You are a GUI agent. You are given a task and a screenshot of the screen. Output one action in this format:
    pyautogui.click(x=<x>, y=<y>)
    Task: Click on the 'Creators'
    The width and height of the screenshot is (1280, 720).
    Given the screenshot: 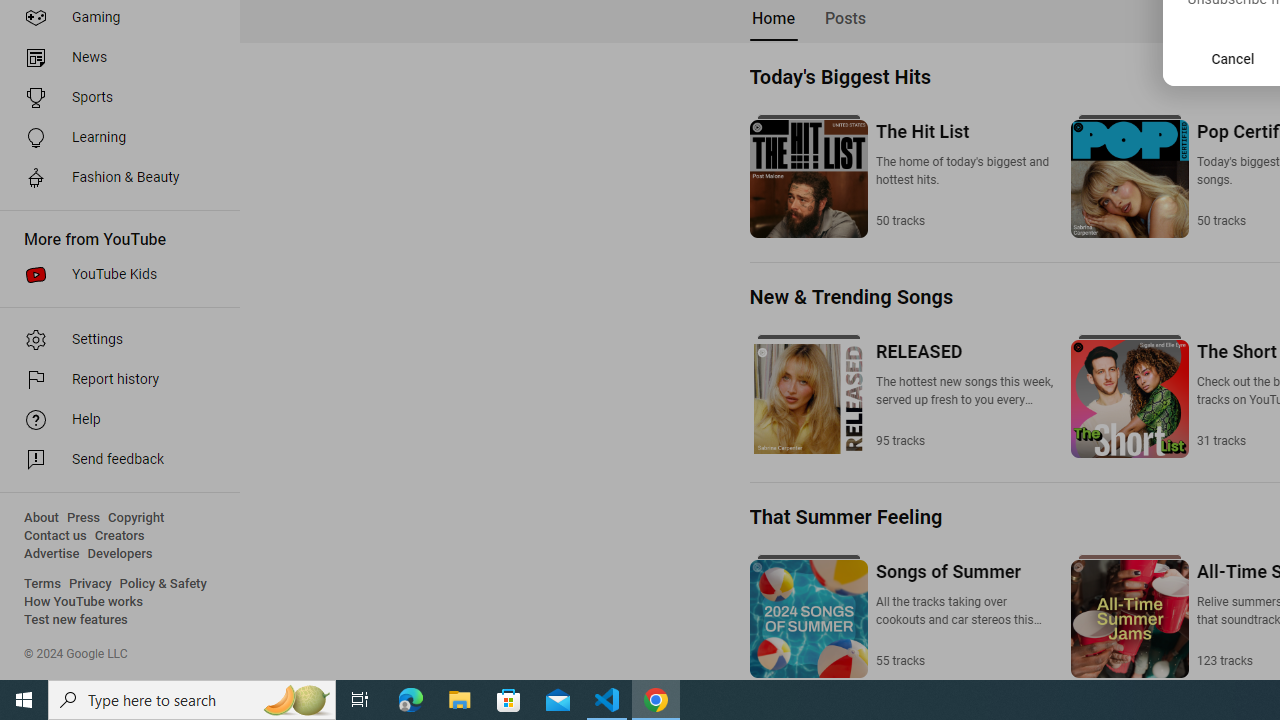 What is the action you would take?
    pyautogui.click(x=118, y=535)
    